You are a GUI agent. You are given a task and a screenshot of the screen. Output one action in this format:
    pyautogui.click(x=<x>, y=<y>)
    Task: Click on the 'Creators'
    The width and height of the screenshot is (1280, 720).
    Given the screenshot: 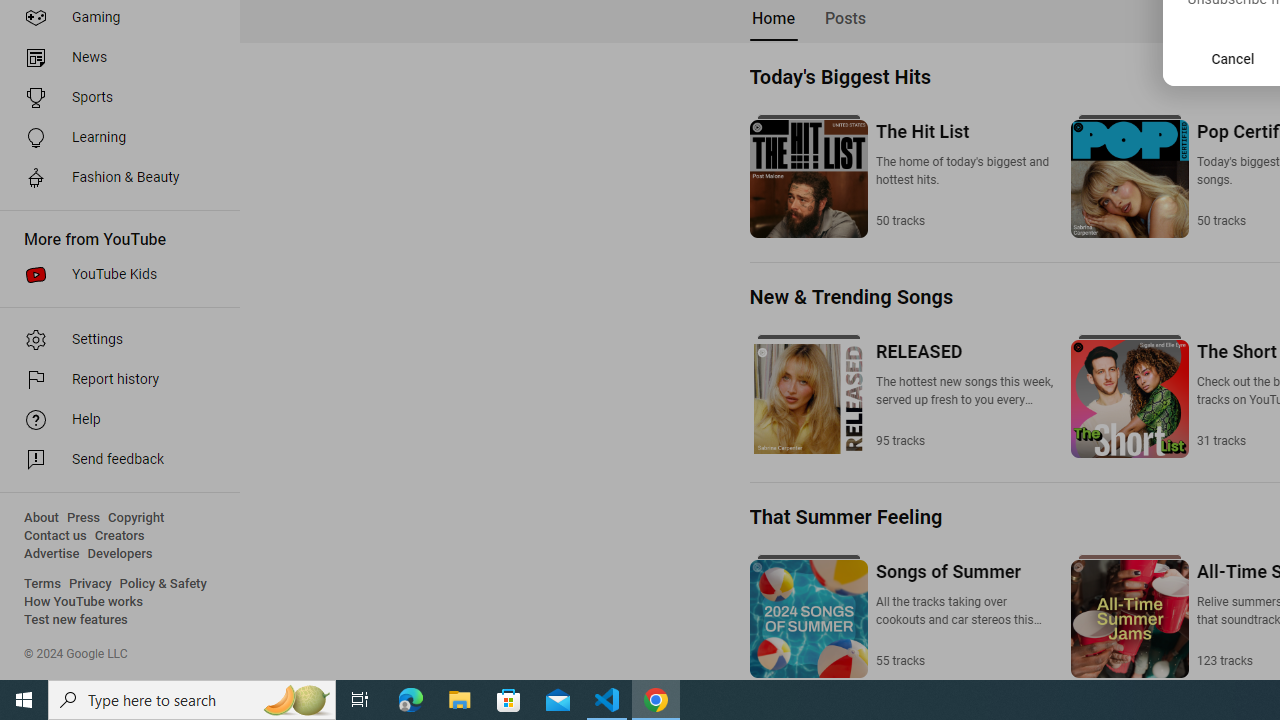 What is the action you would take?
    pyautogui.click(x=118, y=535)
    